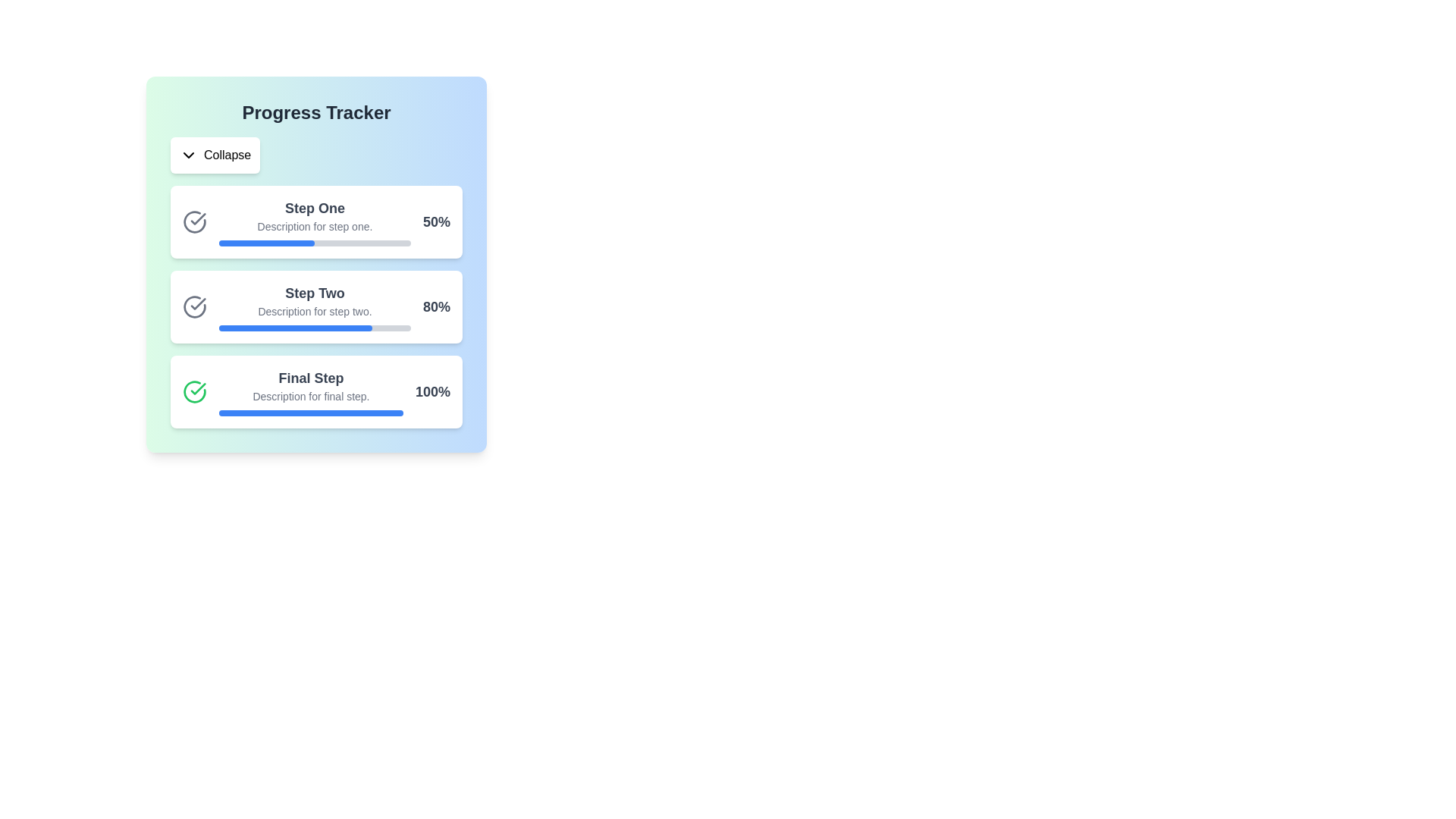  I want to click on the completion status icon for 'Step One' in the 'Progress Tracker' interface, located as the first icon on the left side of the 'Step One' card, so click(194, 222).